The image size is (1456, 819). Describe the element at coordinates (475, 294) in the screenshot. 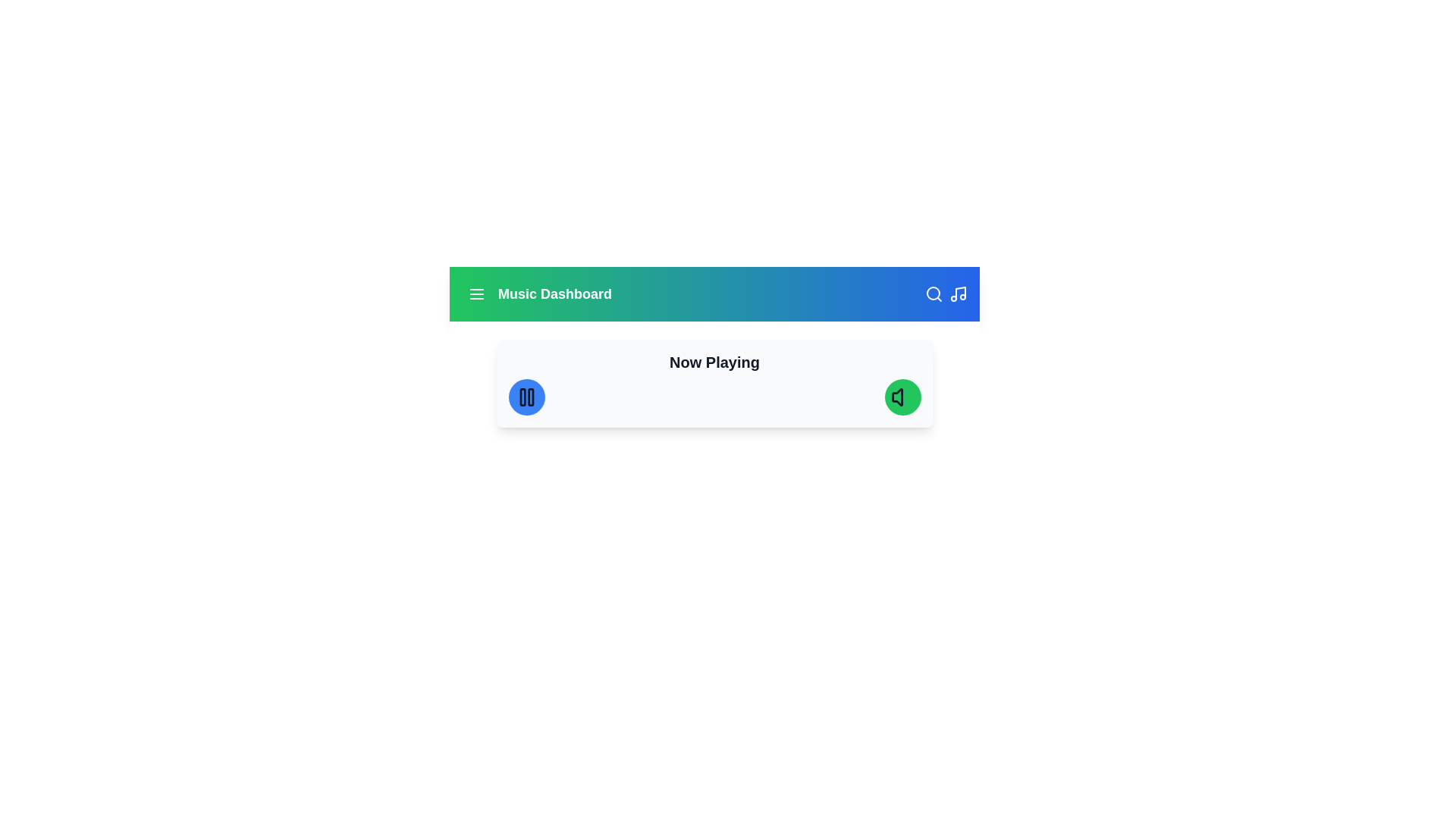

I see `the menu button located at the top-left corner of the Music Dashboard` at that location.